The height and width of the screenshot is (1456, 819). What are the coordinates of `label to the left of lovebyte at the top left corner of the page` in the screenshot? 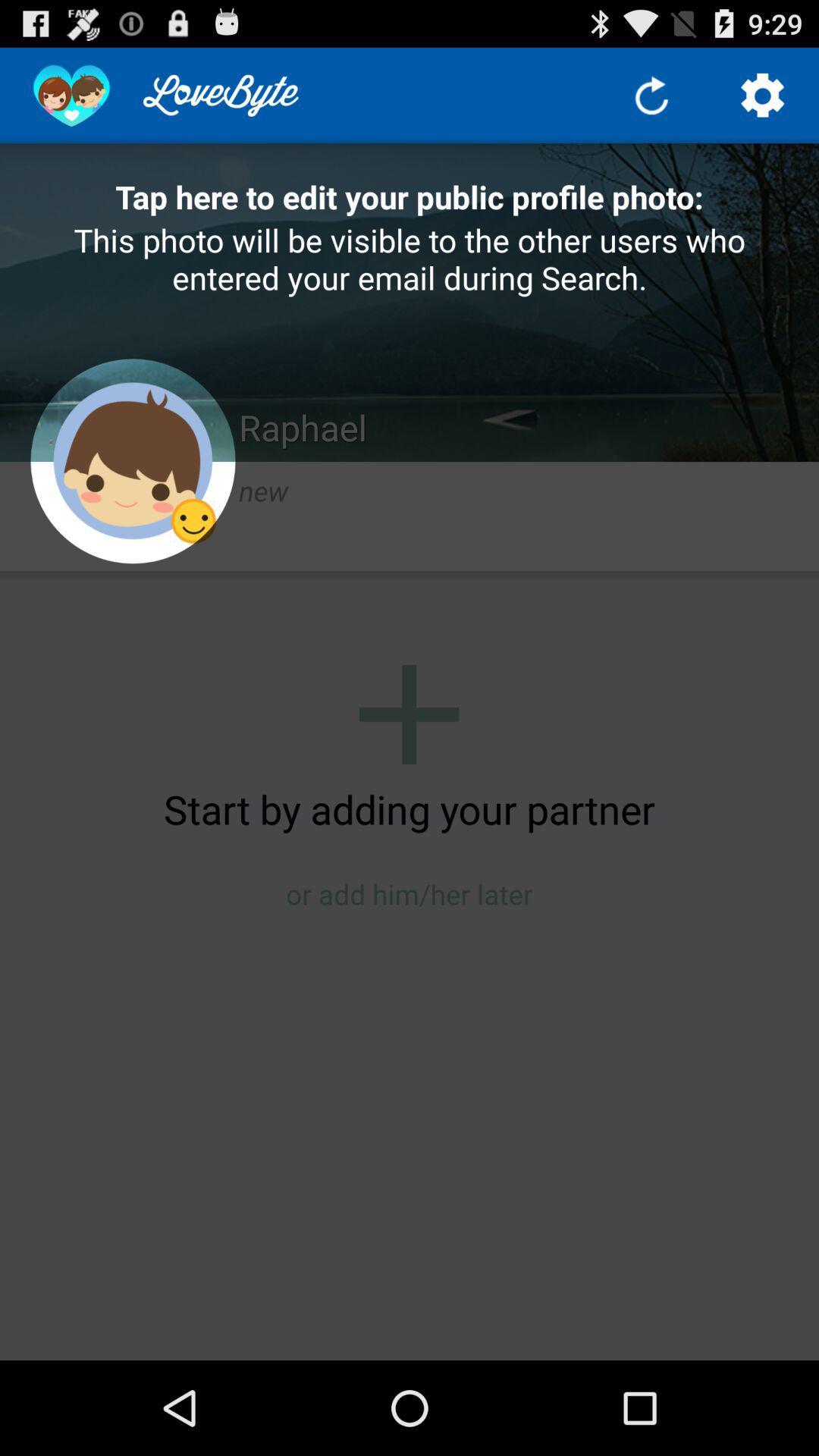 It's located at (71, 95).